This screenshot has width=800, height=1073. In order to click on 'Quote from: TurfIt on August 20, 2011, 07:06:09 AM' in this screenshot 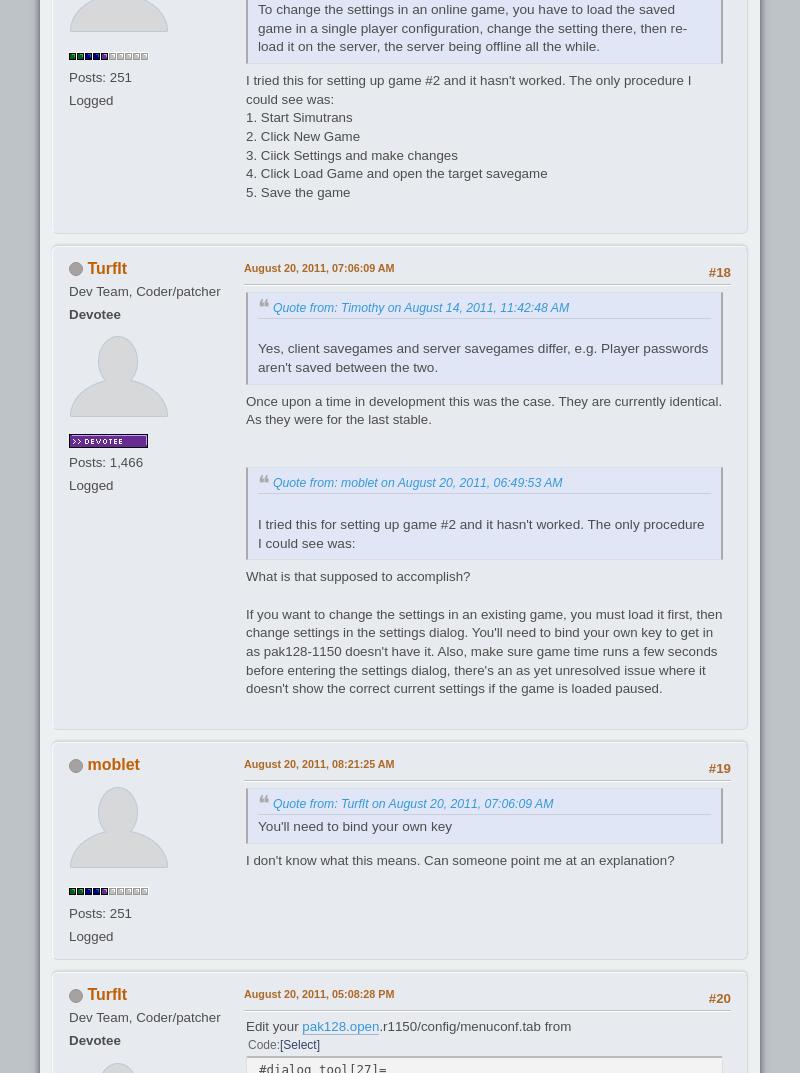, I will do `click(412, 803)`.